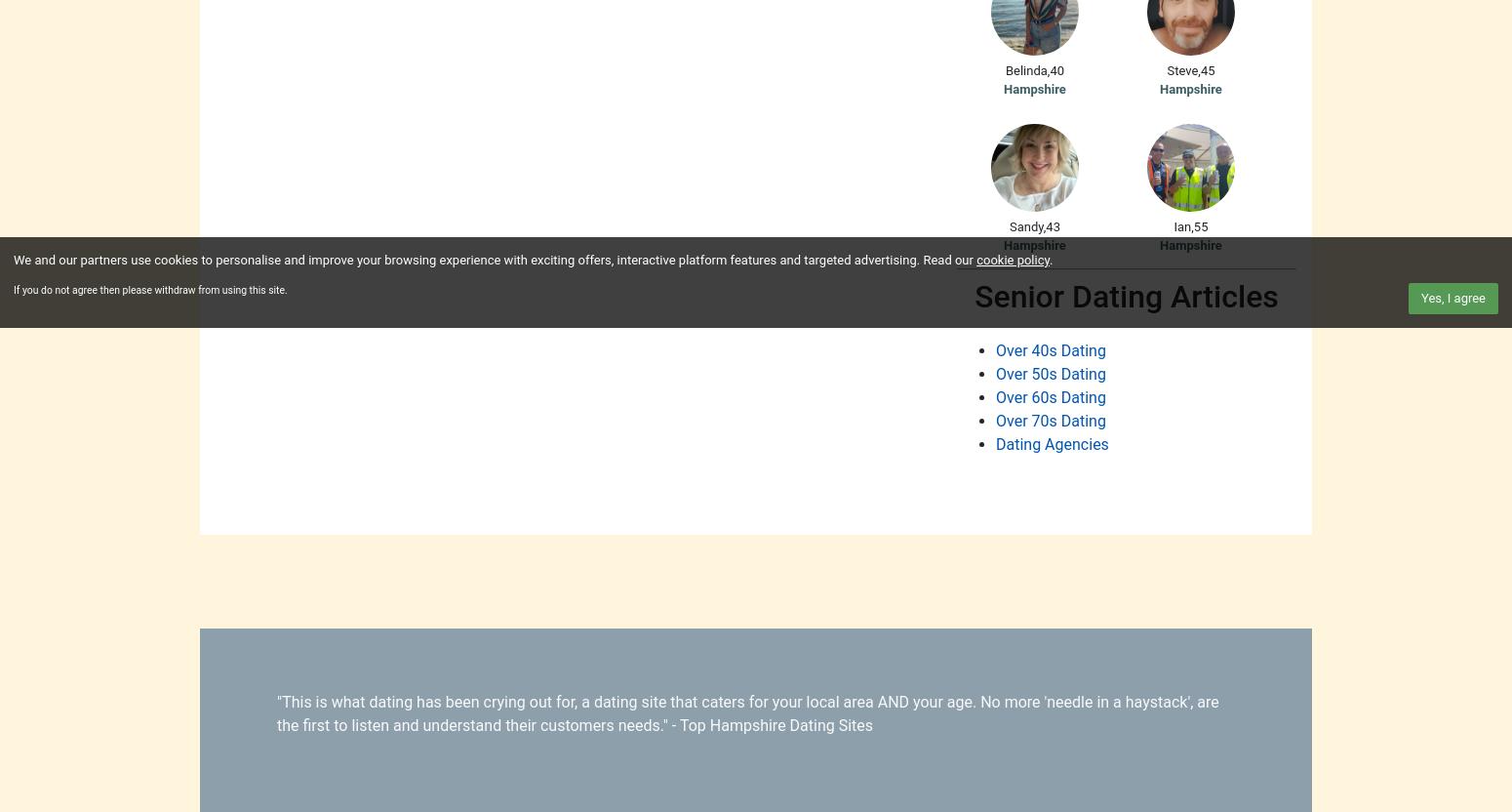 The width and height of the screenshot is (1512, 812). What do you see at coordinates (1025, 225) in the screenshot?
I see `'Sandy'` at bounding box center [1025, 225].